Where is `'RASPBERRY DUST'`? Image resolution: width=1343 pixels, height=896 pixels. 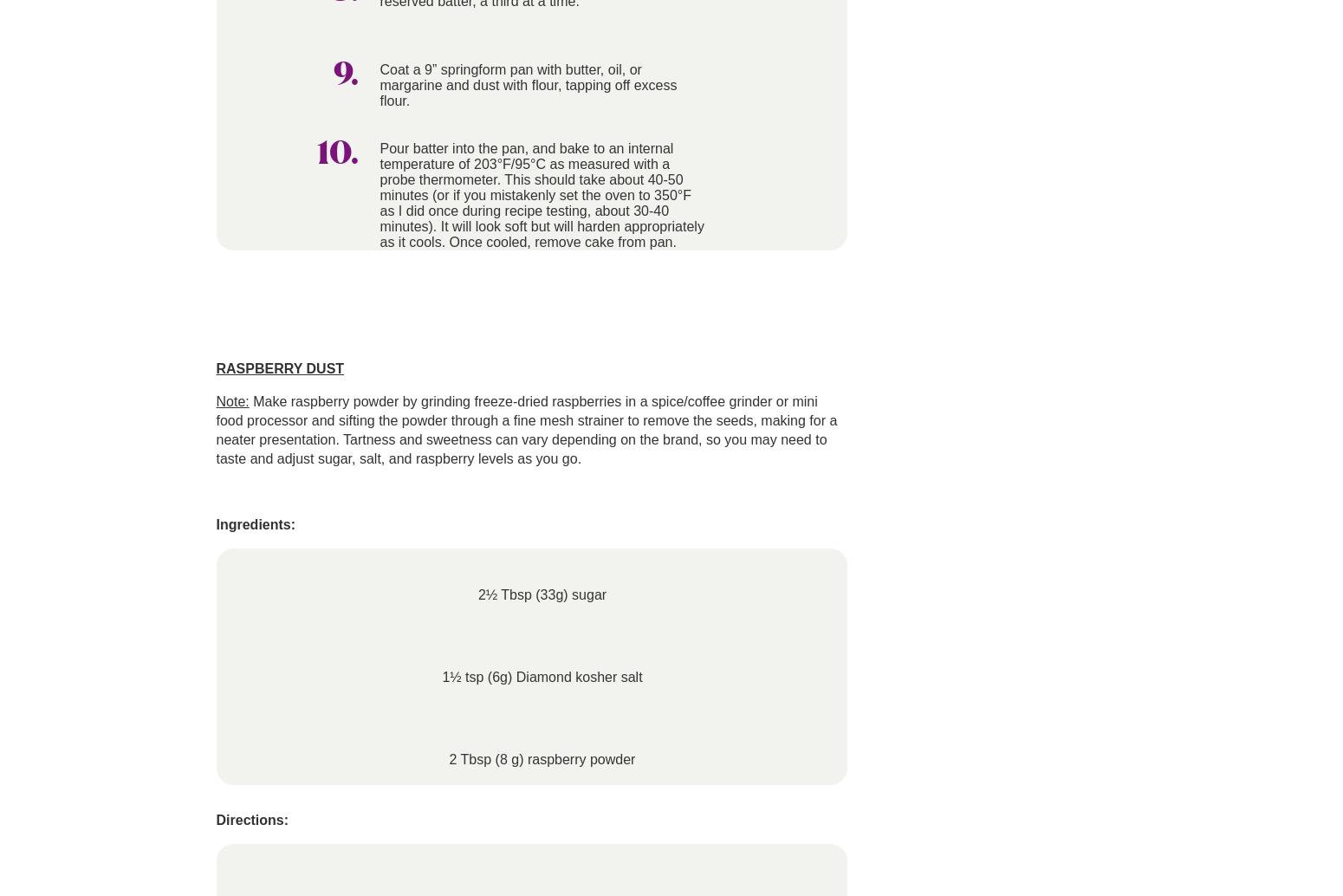 'RASPBERRY DUST' is located at coordinates (279, 367).